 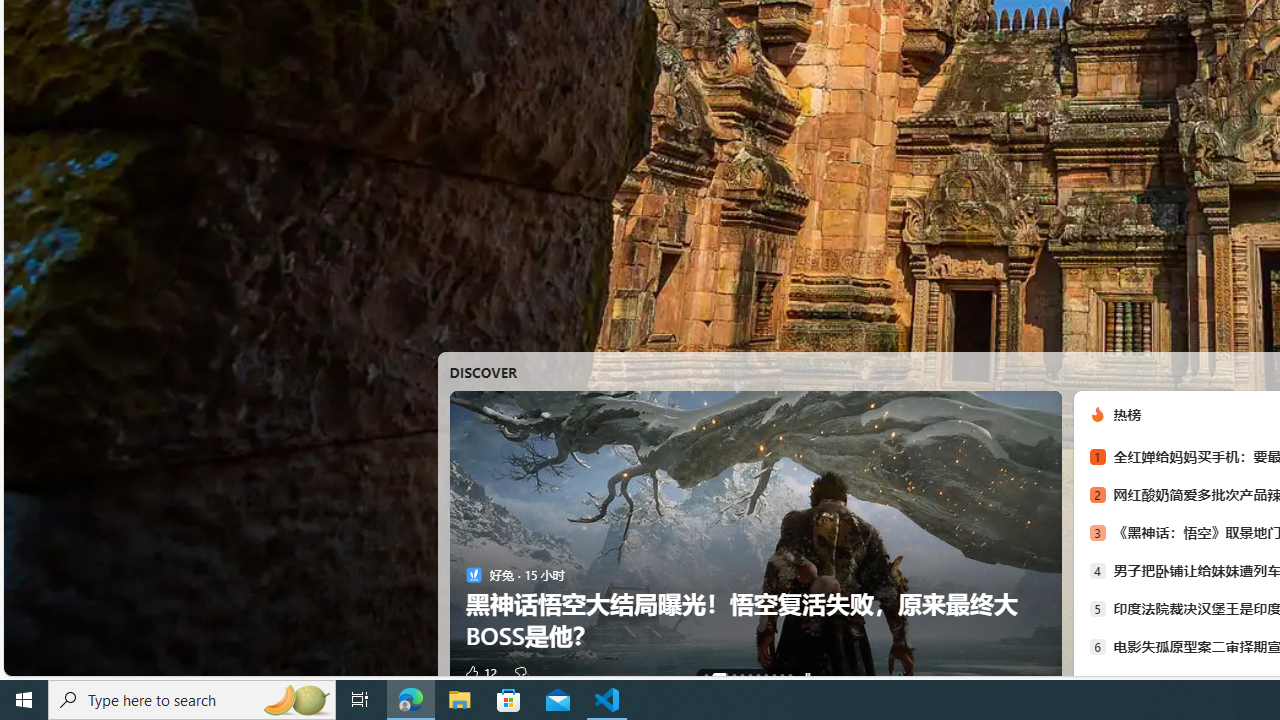 I want to click on 'AutomationID: tab-0', so click(x=705, y=675).